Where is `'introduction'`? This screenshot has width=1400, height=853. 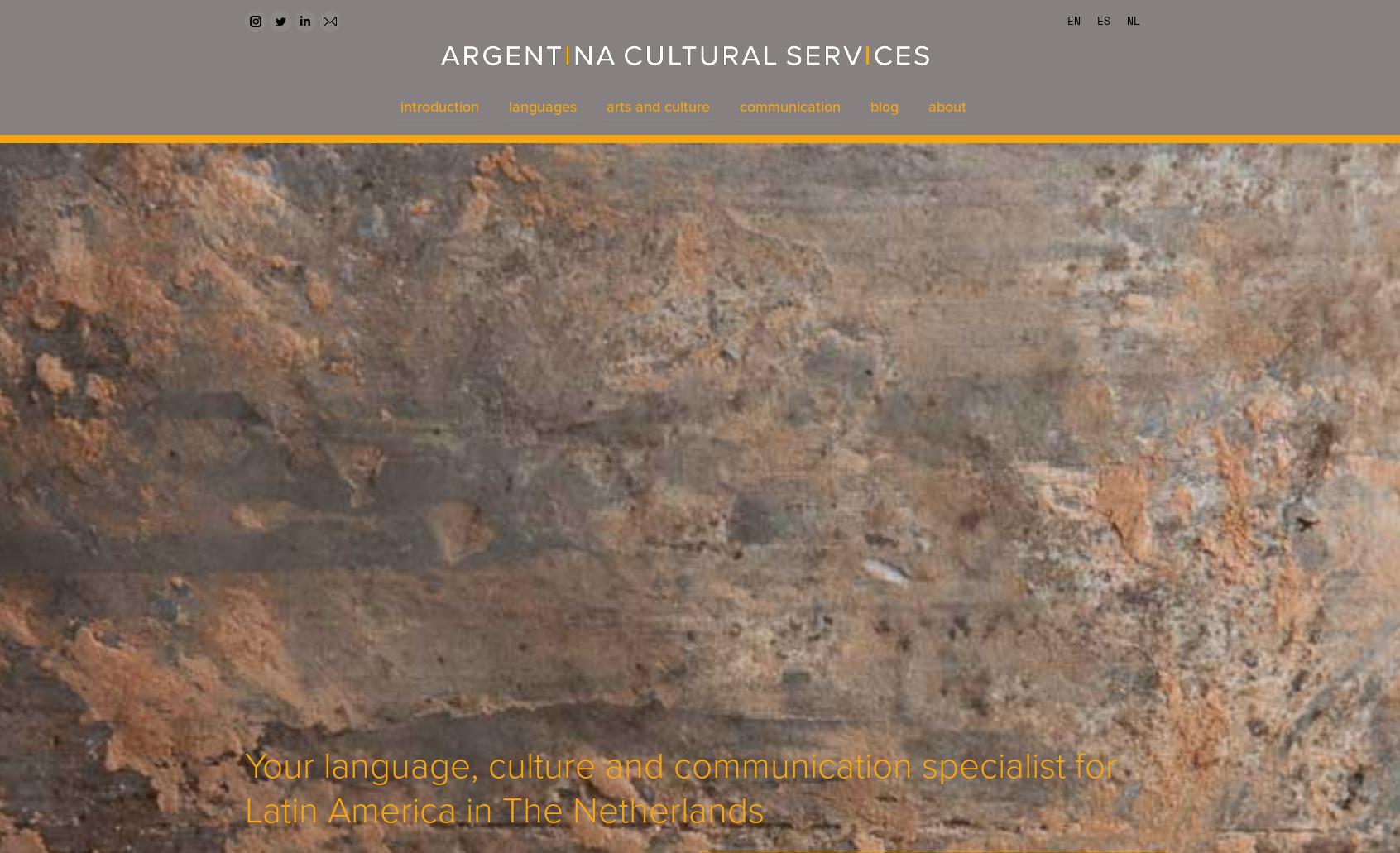 'introduction' is located at coordinates (439, 105).